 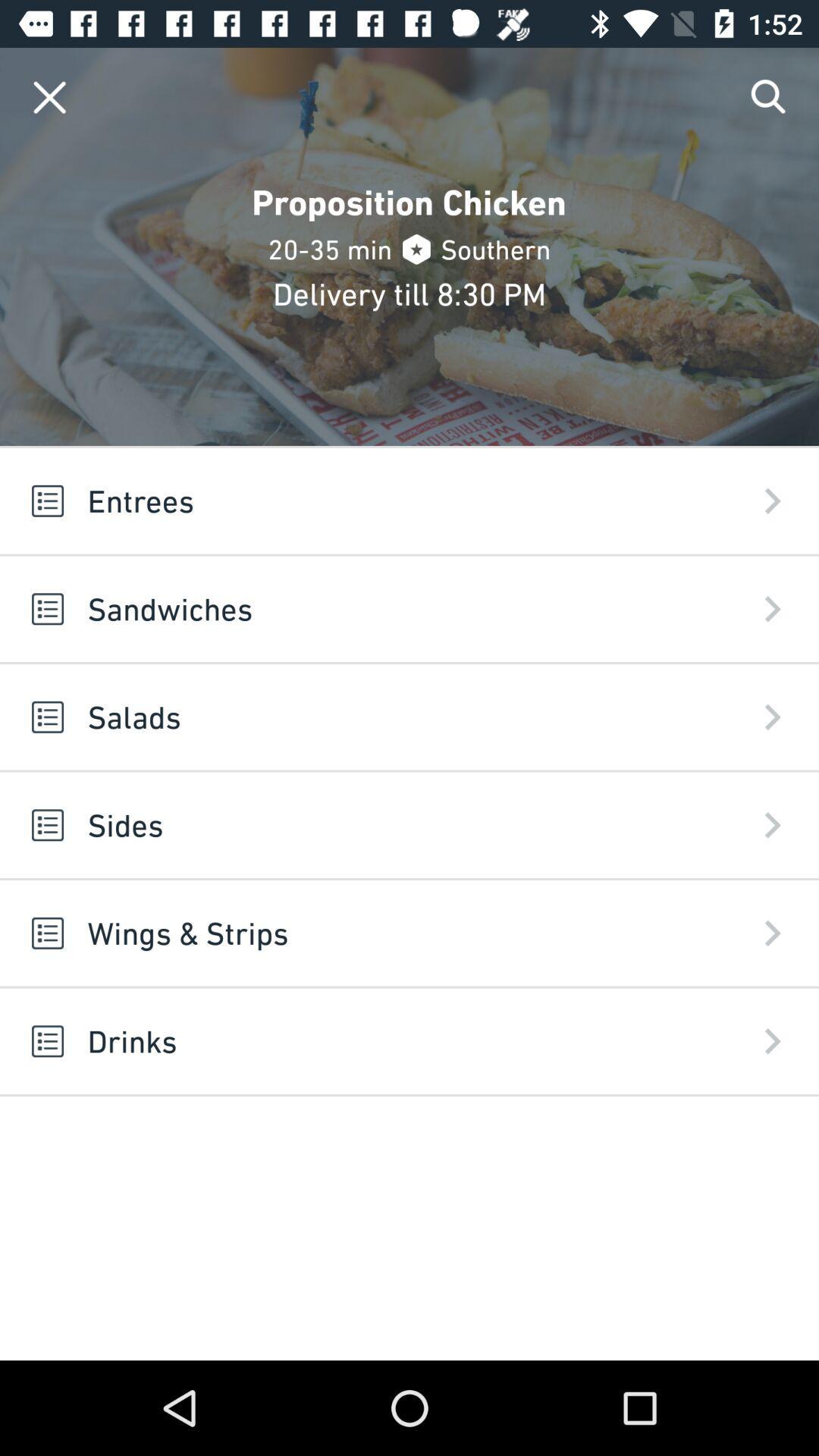 I want to click on item at the top right corner, so click(x=769, y=96).